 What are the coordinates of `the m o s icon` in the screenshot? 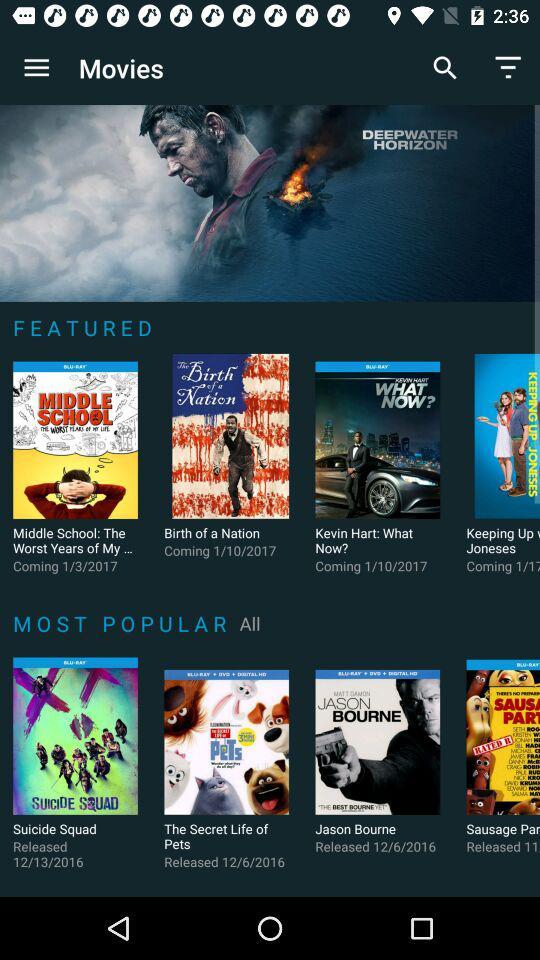 It's located at (123, 622).